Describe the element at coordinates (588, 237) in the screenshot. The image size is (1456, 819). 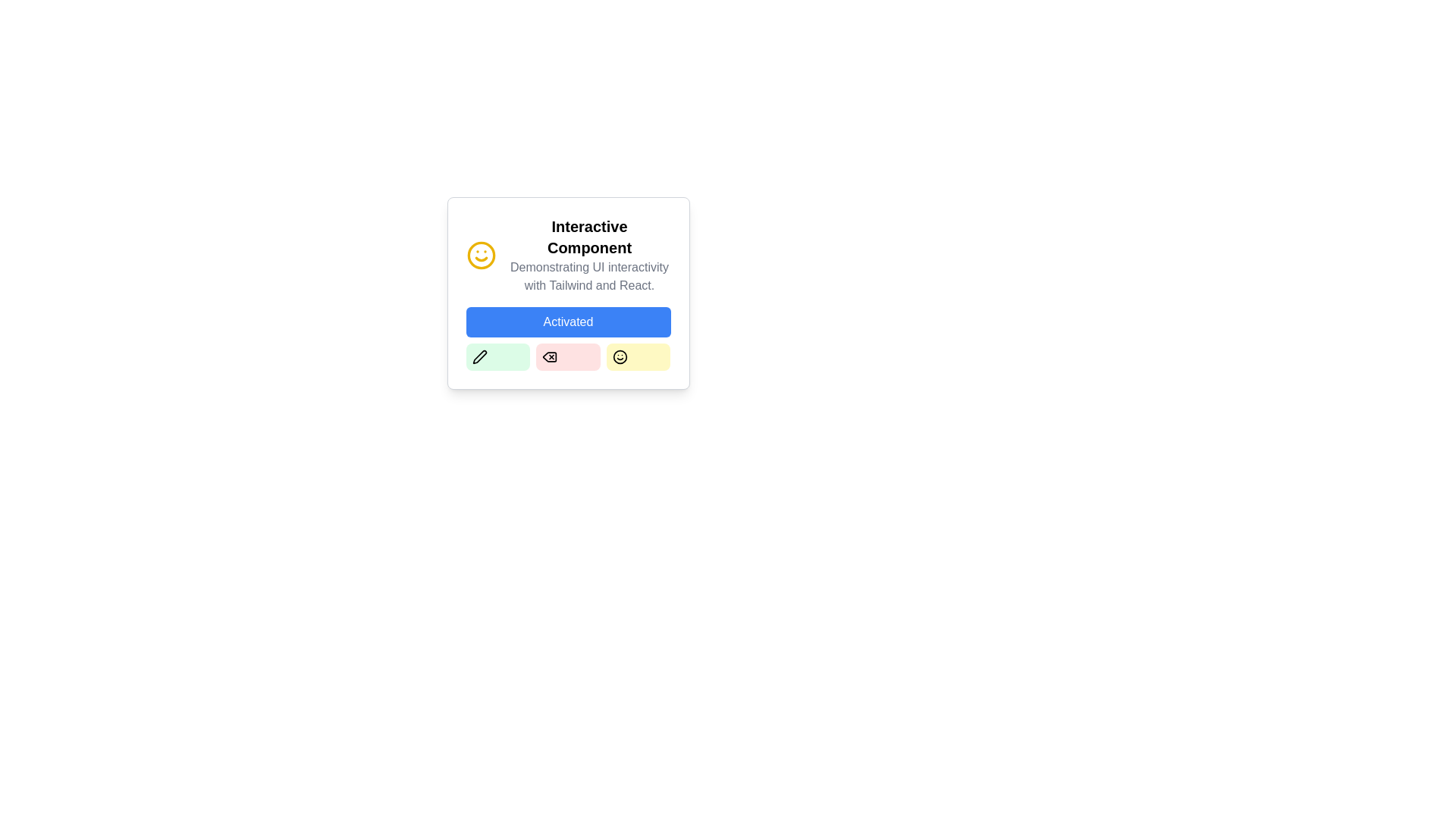
I see `the text label displaying 'Interactive Component', which is styled in bold and enlarged font, located at the top center of the card interface` at that location.